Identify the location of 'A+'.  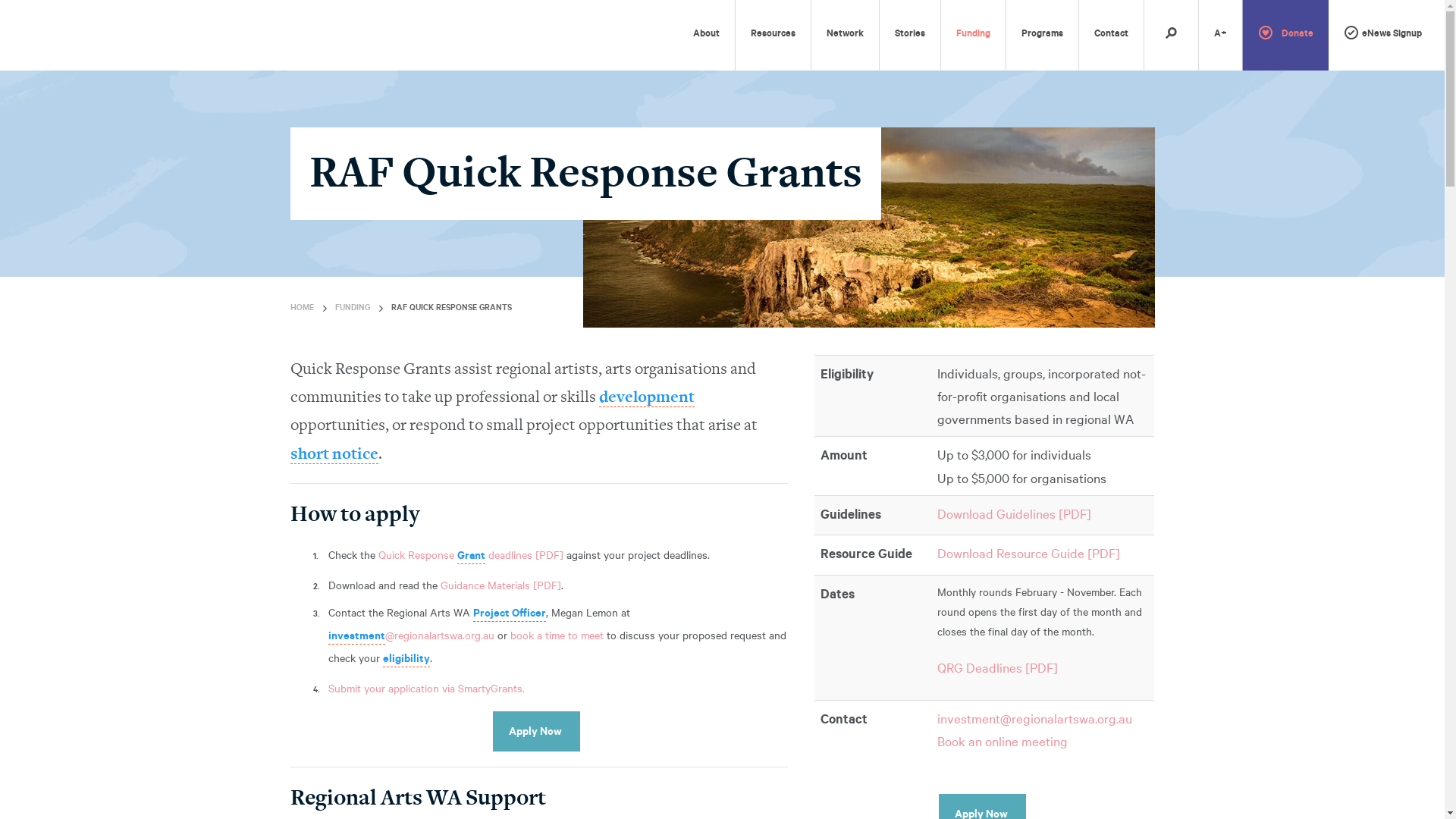
(1197, 34).